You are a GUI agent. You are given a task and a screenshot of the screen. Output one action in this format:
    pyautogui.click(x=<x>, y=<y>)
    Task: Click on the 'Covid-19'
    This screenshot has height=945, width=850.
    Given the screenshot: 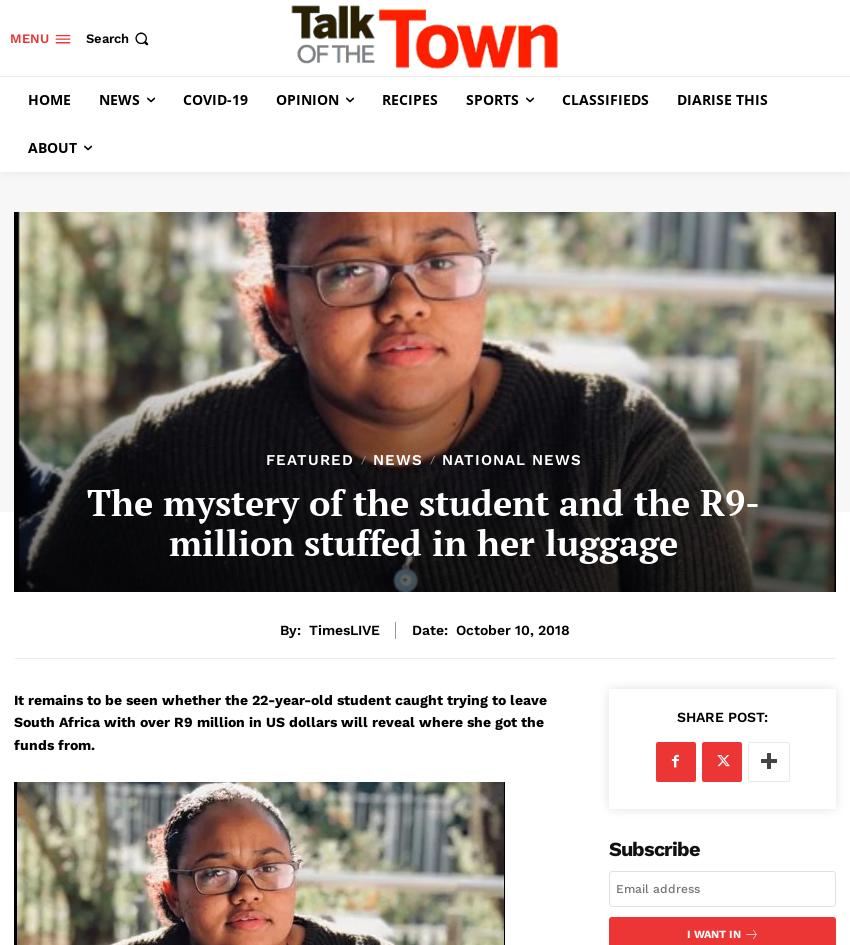 What is the action you would take?
    pyautogui.click(x=215, y=98)
    